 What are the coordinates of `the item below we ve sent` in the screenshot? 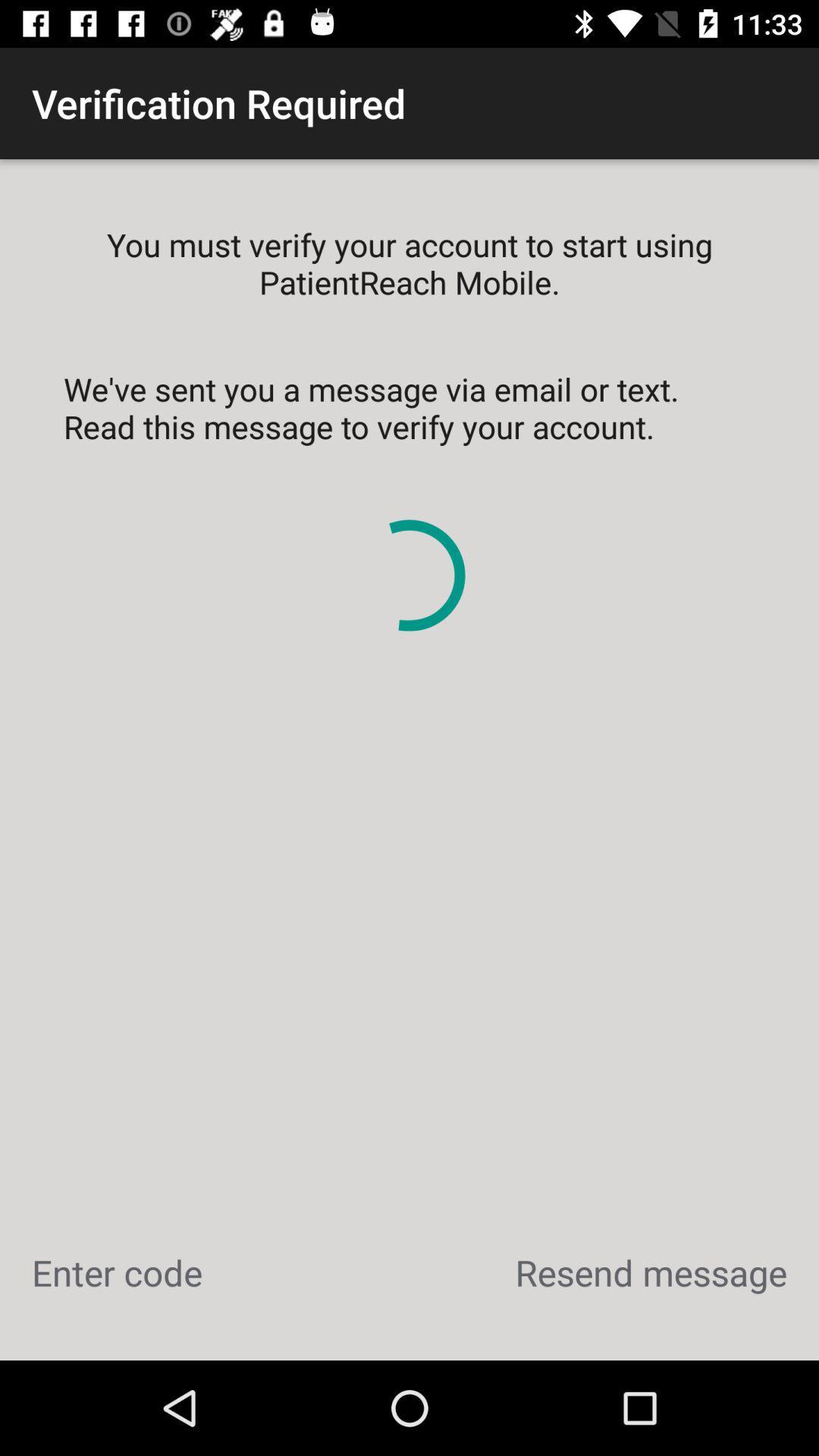 It's located at (650, 1272).